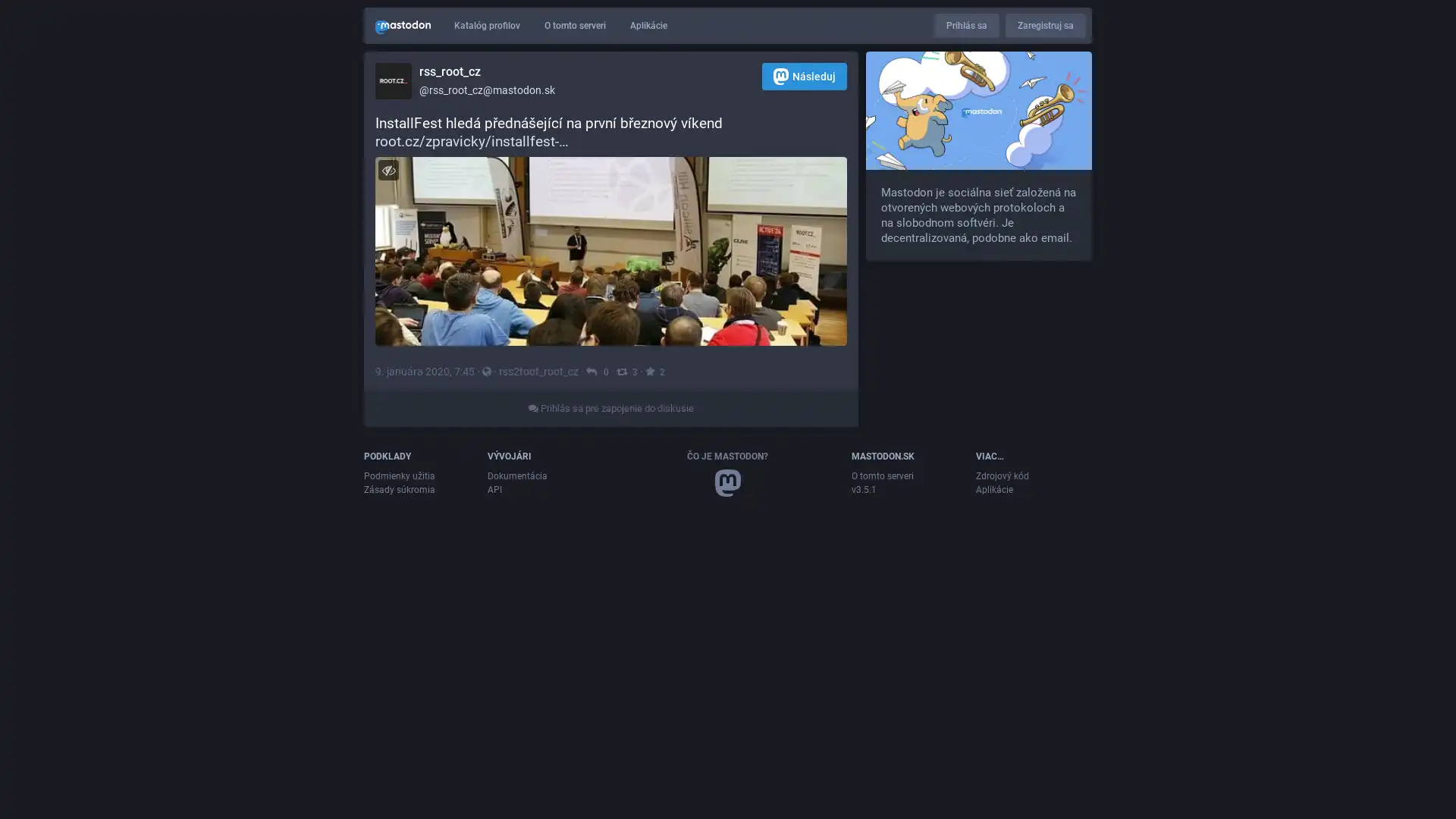  I want to click on Zapni/Vypni viditelnost, so click(388, 170).